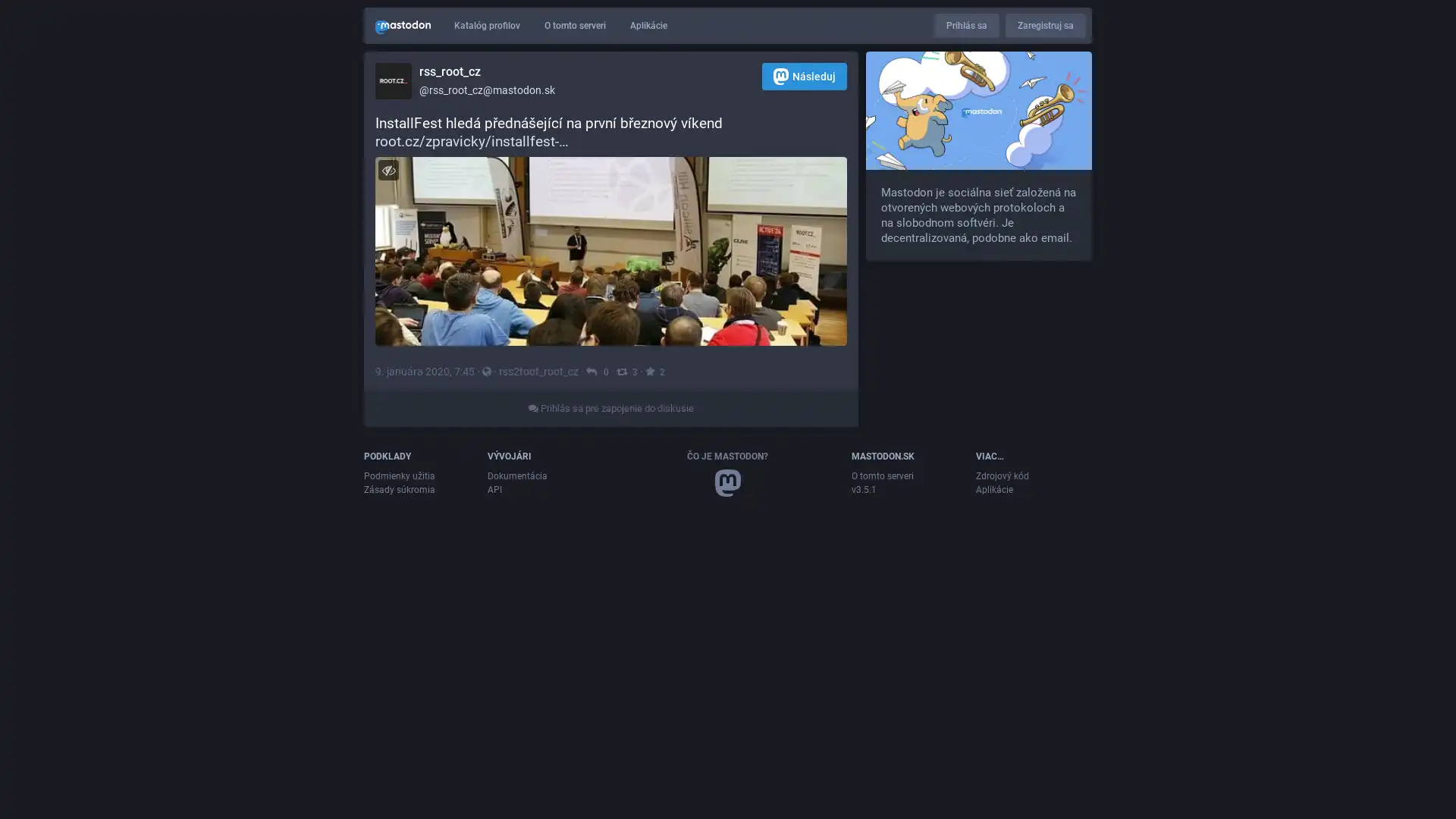  I want to click on Zapni/Vypni viditelnost, so click(388, 170).